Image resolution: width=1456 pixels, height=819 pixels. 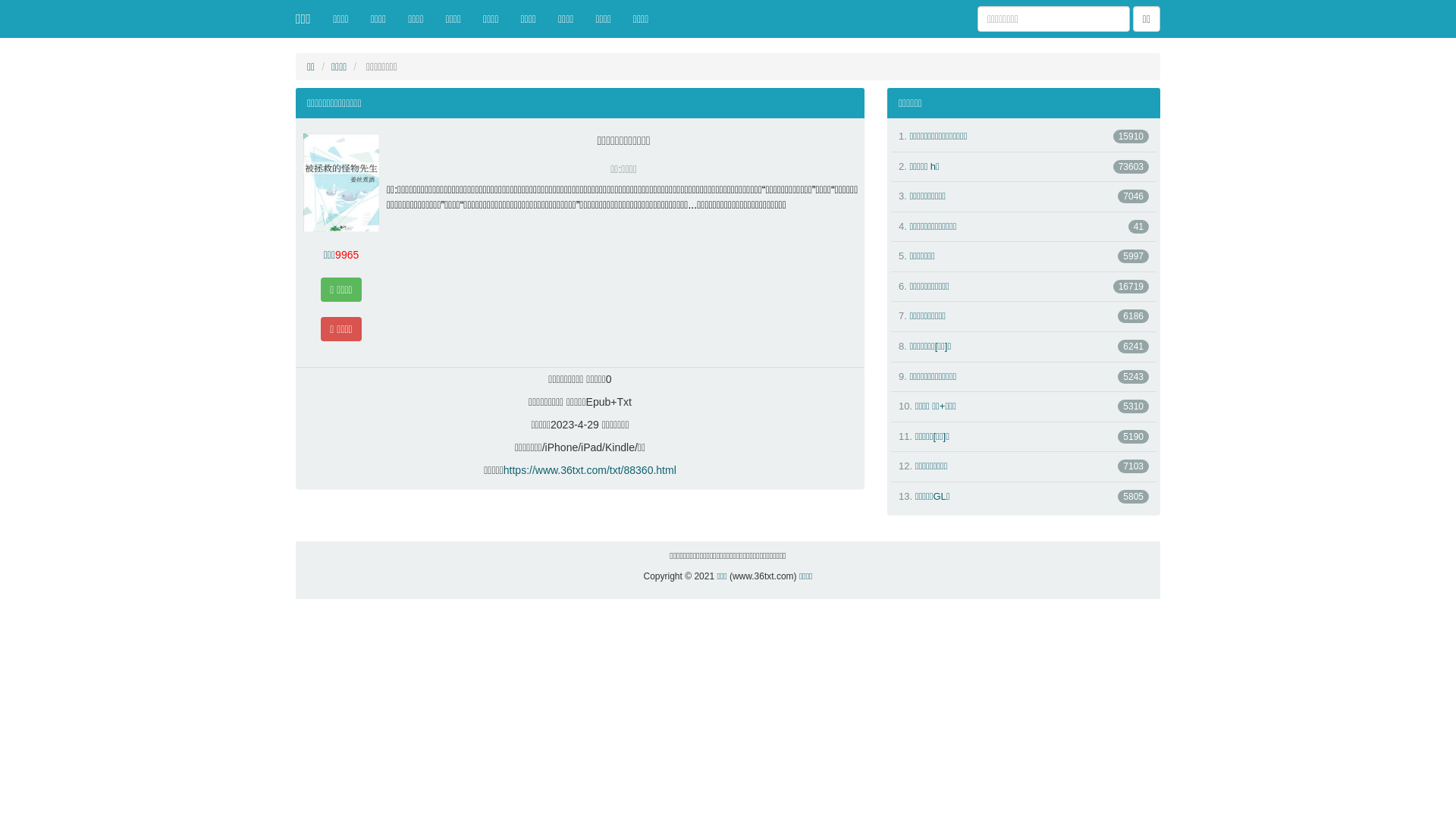 What do you see at coordinates (588, 469) in the screenshot?
I see `'https://www.36txt.com/txt/88360.html'` at bounding box center [588, 469].